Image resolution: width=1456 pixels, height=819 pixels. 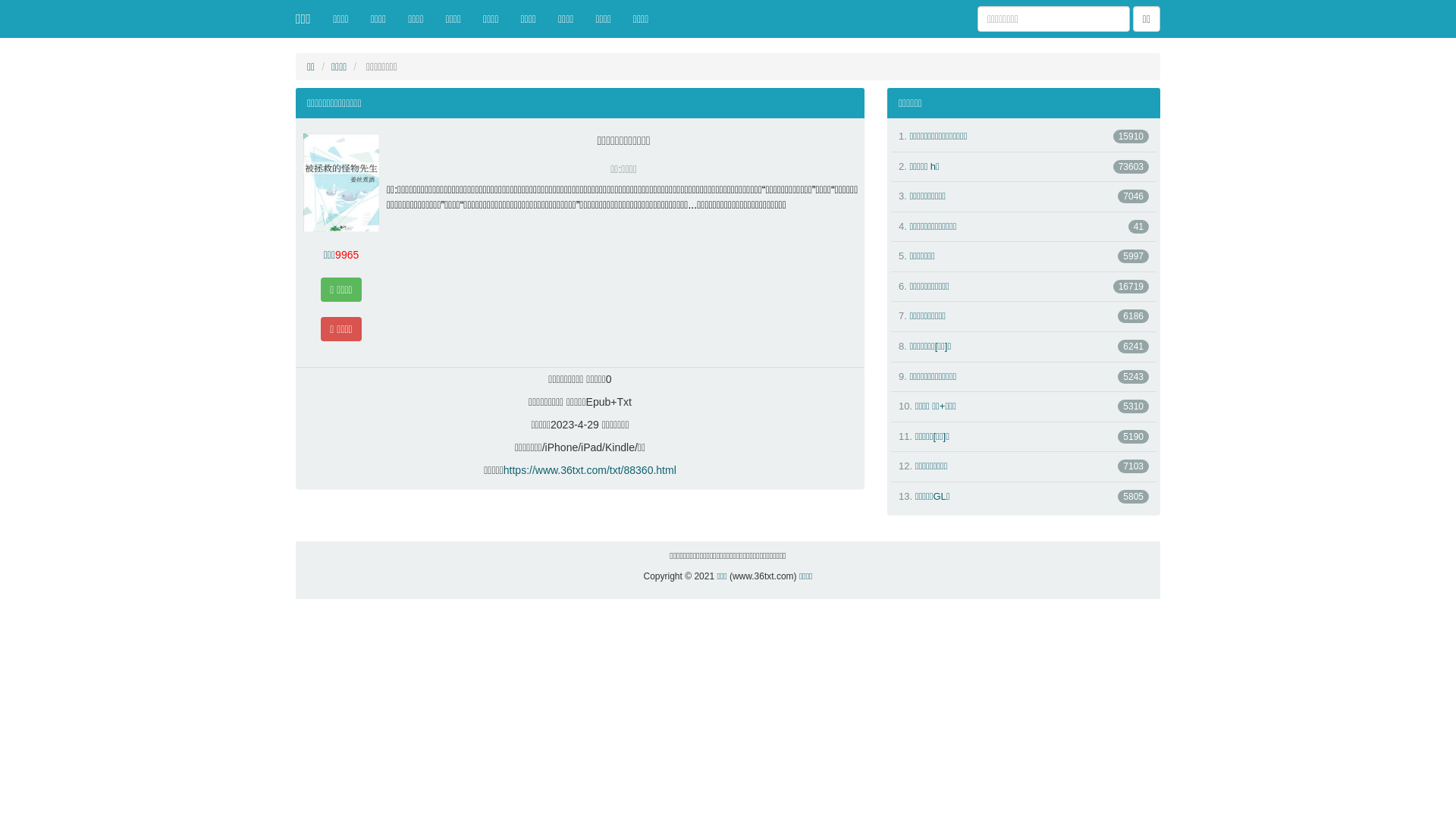 What do you see at coordinates (588, 469) in the screenshot?
I see `'https://www.36txt.com/txt/88360.html'` at bounding box center [588, 469].